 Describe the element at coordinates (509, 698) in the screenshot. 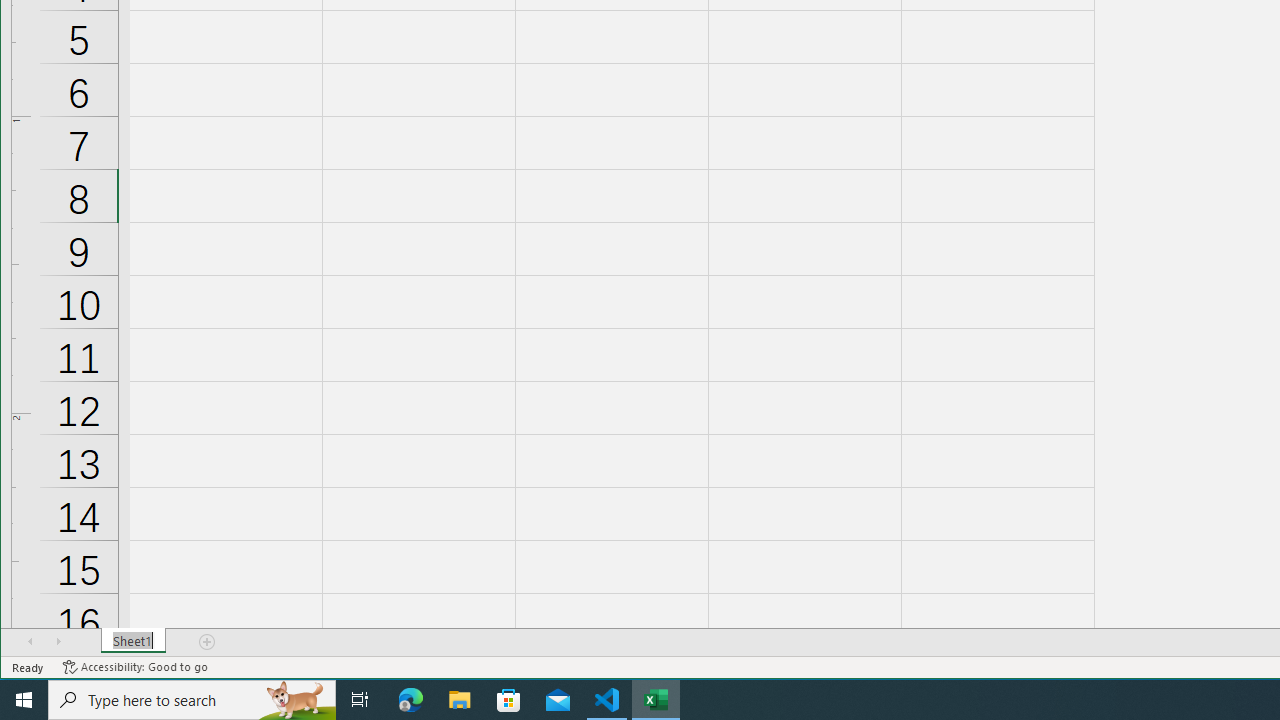

I see `'Microsoft Store'` at that location.